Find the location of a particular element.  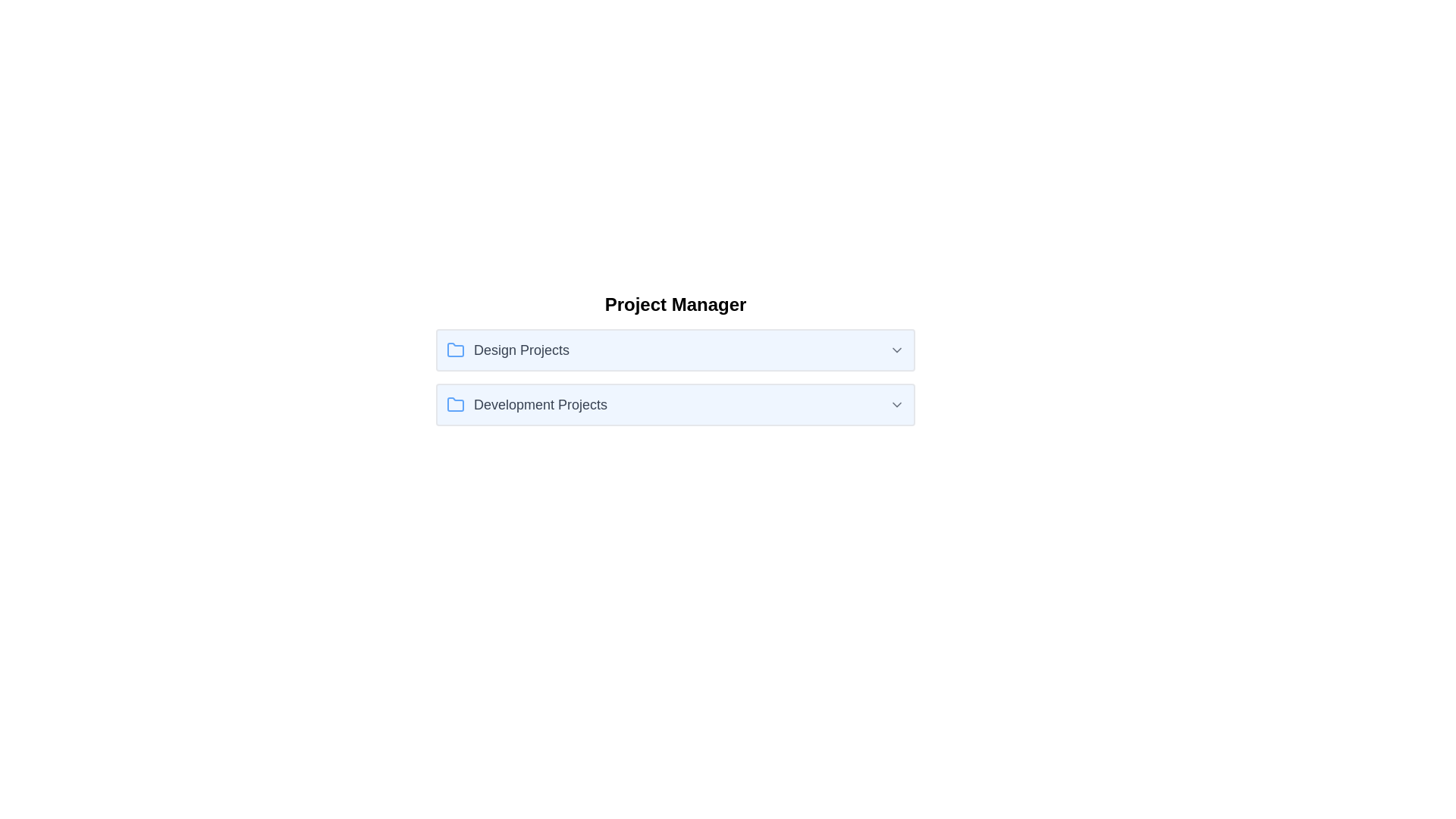

the 'Development Projects' text label with icon, which features a blue folder icon and is located in the lower section under the 'Project Manager' header is located at coordinates (527, 403).